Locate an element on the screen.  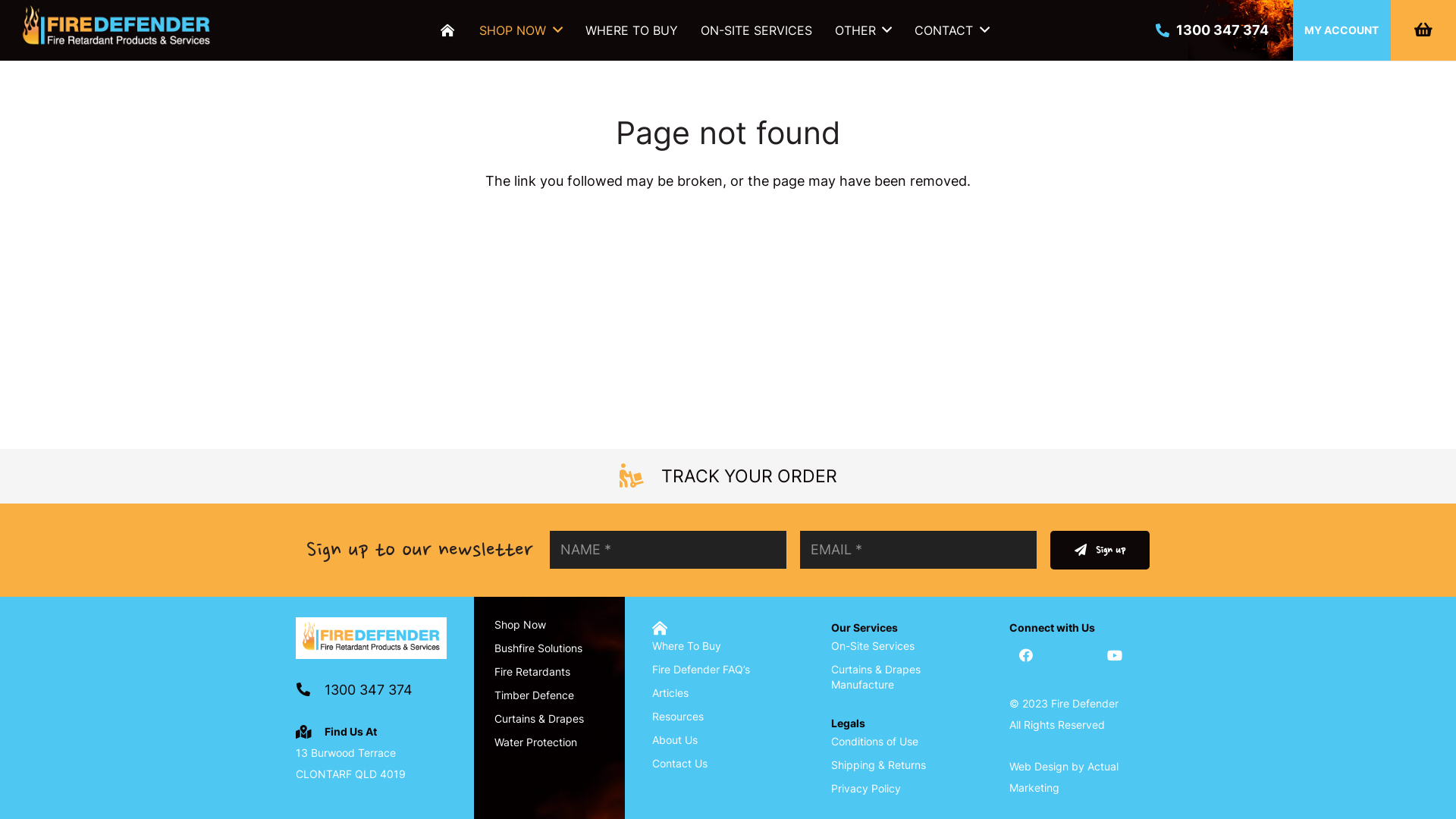
'Shipping & Returns' is located at coordinates (878, 764).